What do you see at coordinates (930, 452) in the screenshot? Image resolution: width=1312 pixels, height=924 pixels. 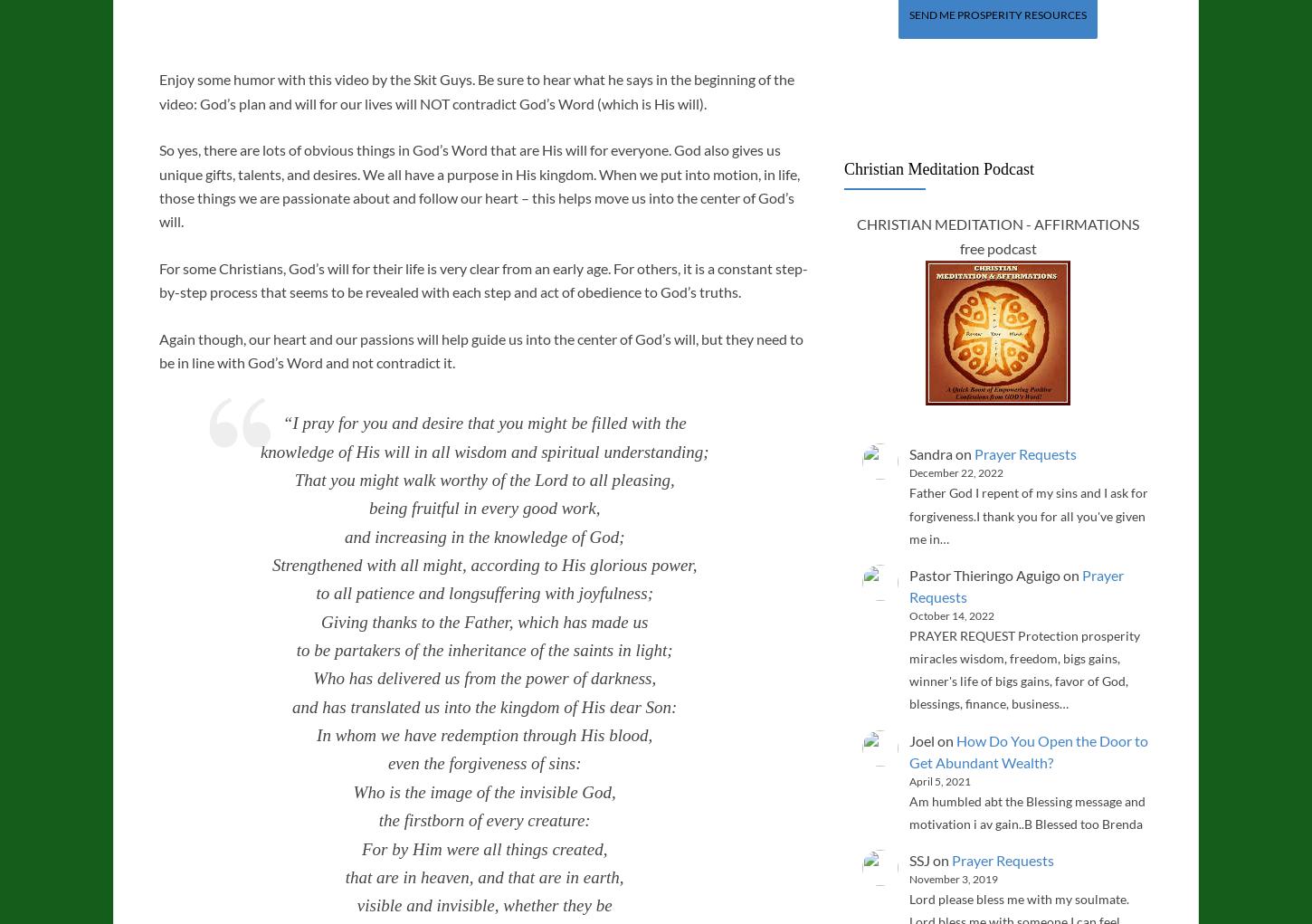 I see `'Sandra'` at bounding box center [930, 452].